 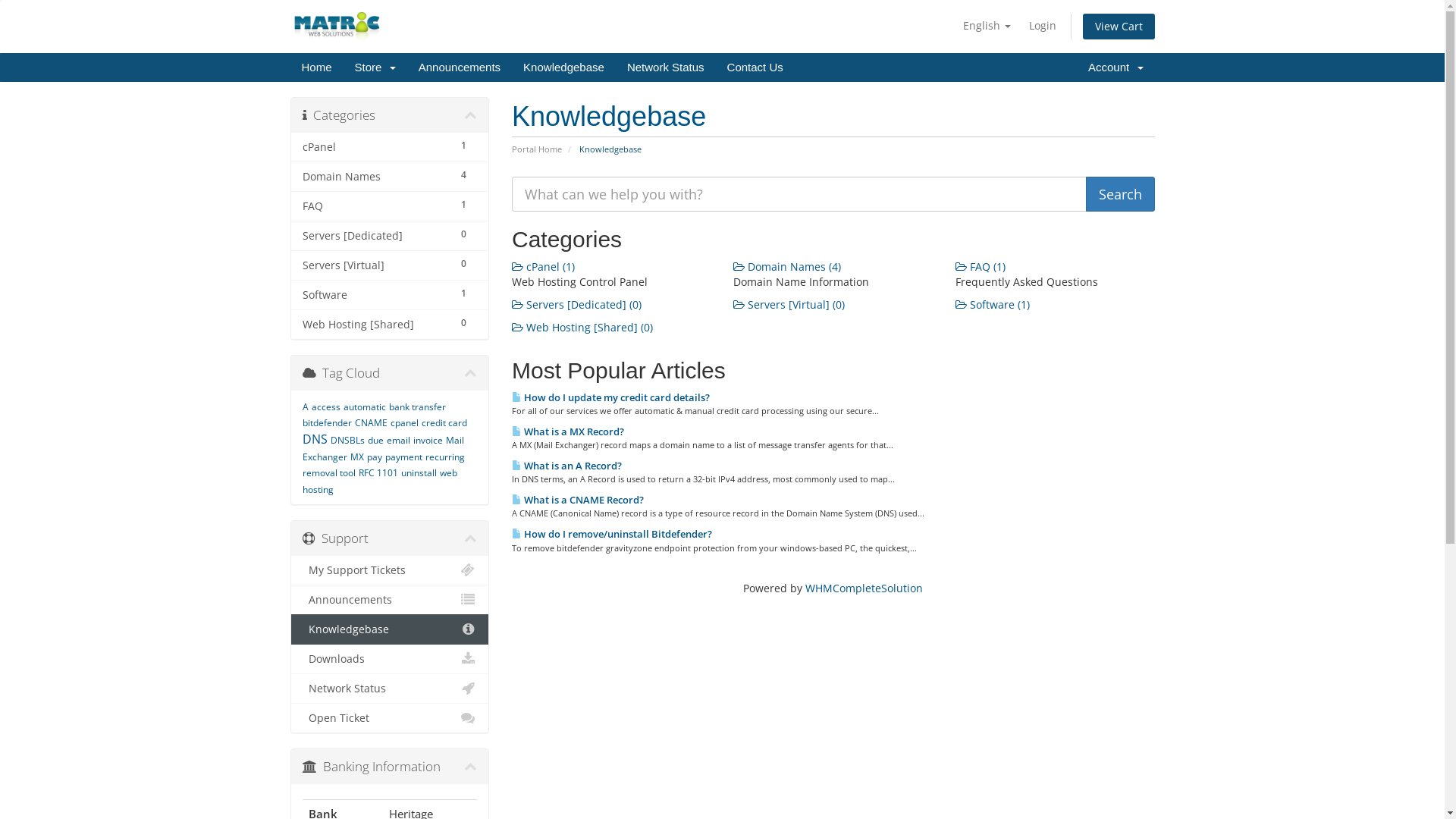 I want to click on '0, so click(x=390, y=323).